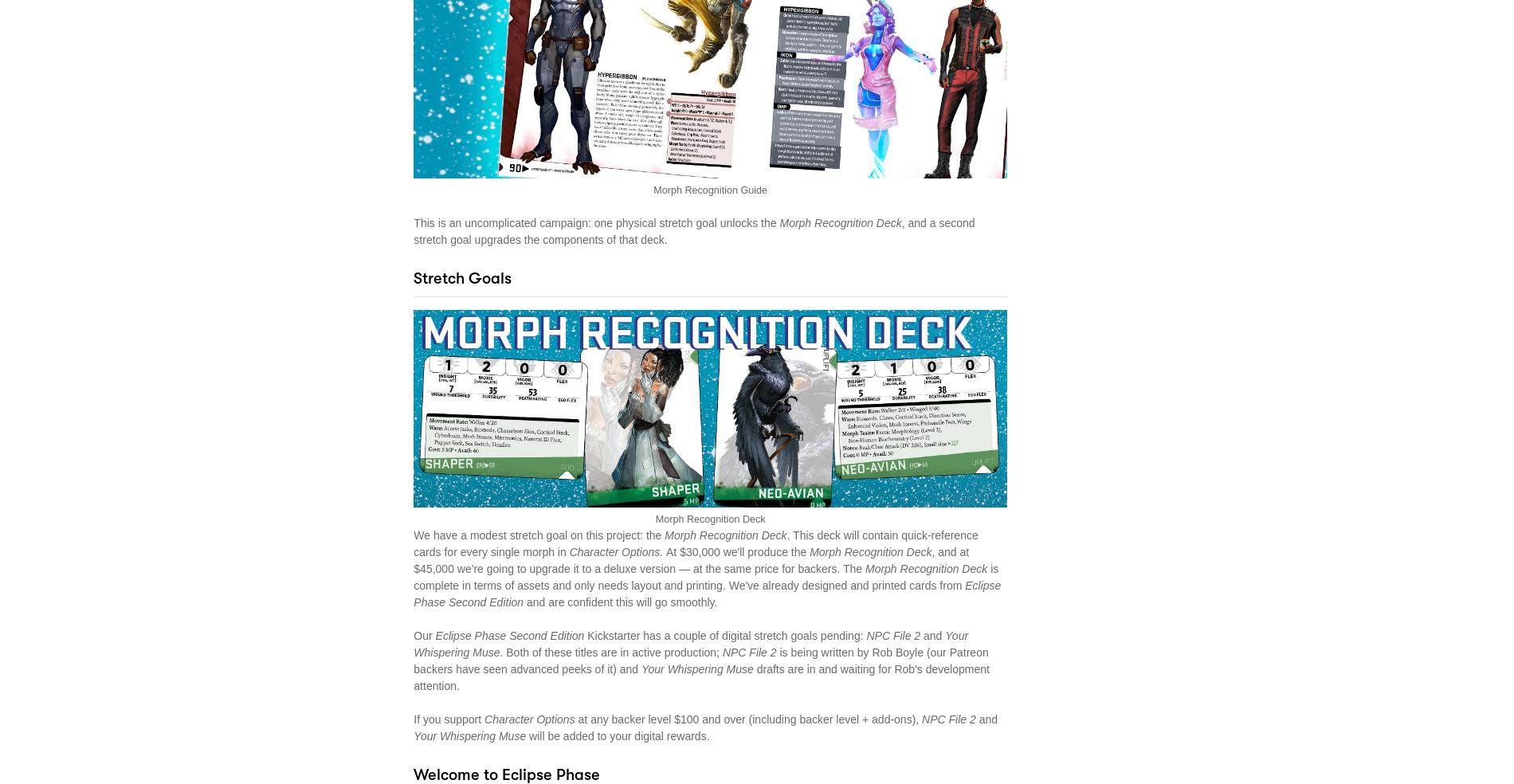  I want to click on 'Stretch Goals', so click(462, 277).